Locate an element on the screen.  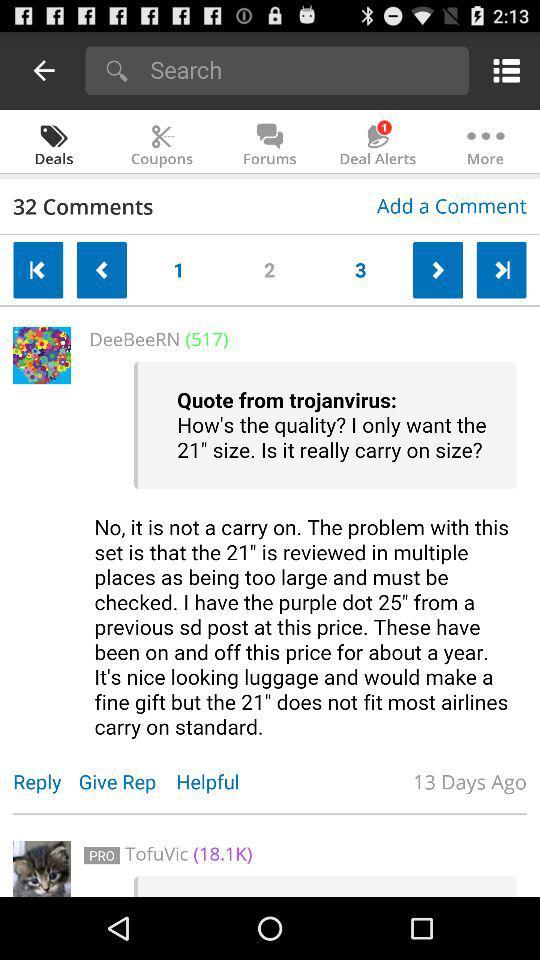
the icon which is right to the icon deal alerts is located at coordinates (485, 142).